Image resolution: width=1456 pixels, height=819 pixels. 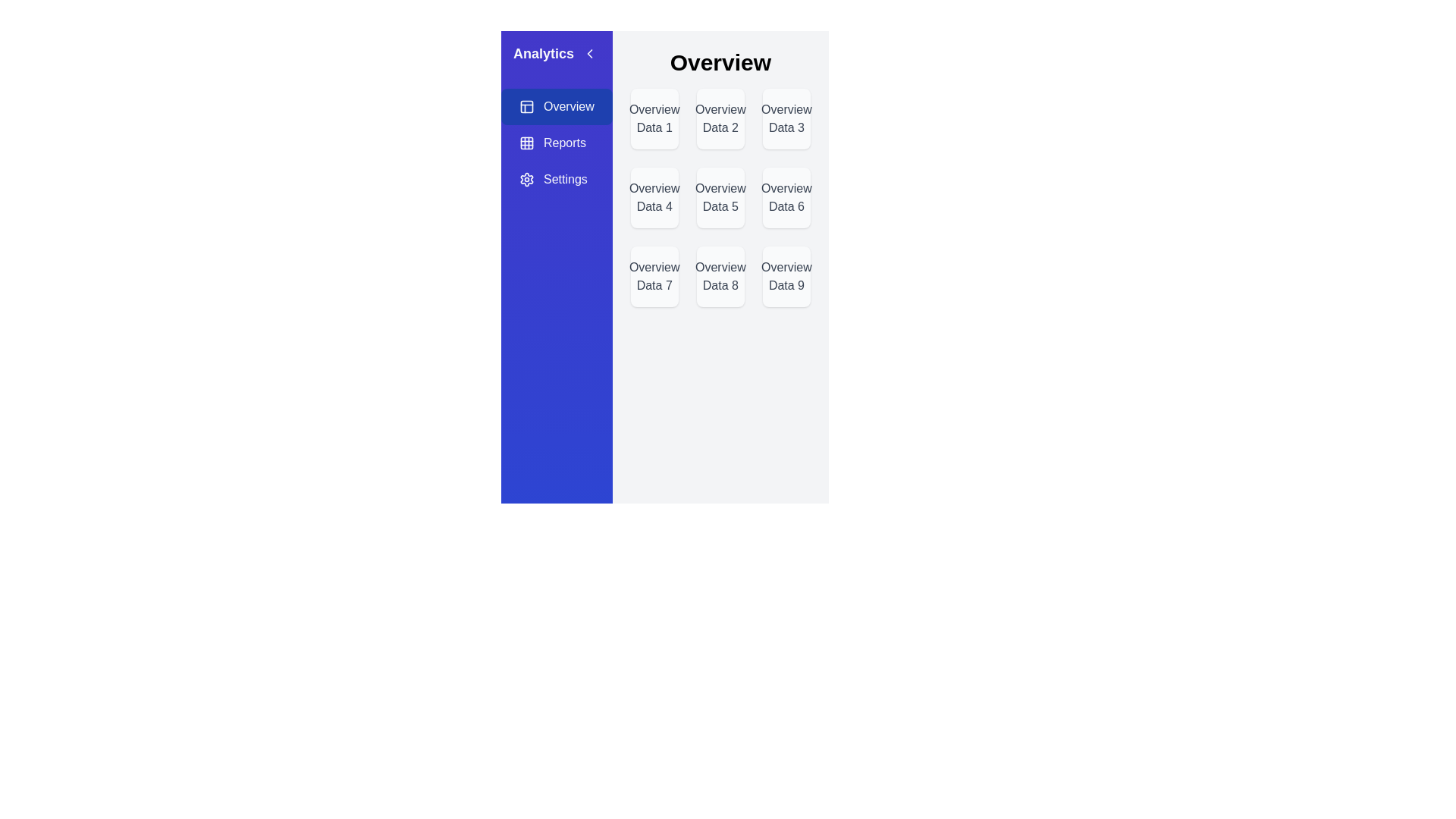 What do you see at coordinates (556, 178) in the screenshot?
I see `the Settings view by clicking on the corresponding sidebar option` at bounding box center [556, 178].